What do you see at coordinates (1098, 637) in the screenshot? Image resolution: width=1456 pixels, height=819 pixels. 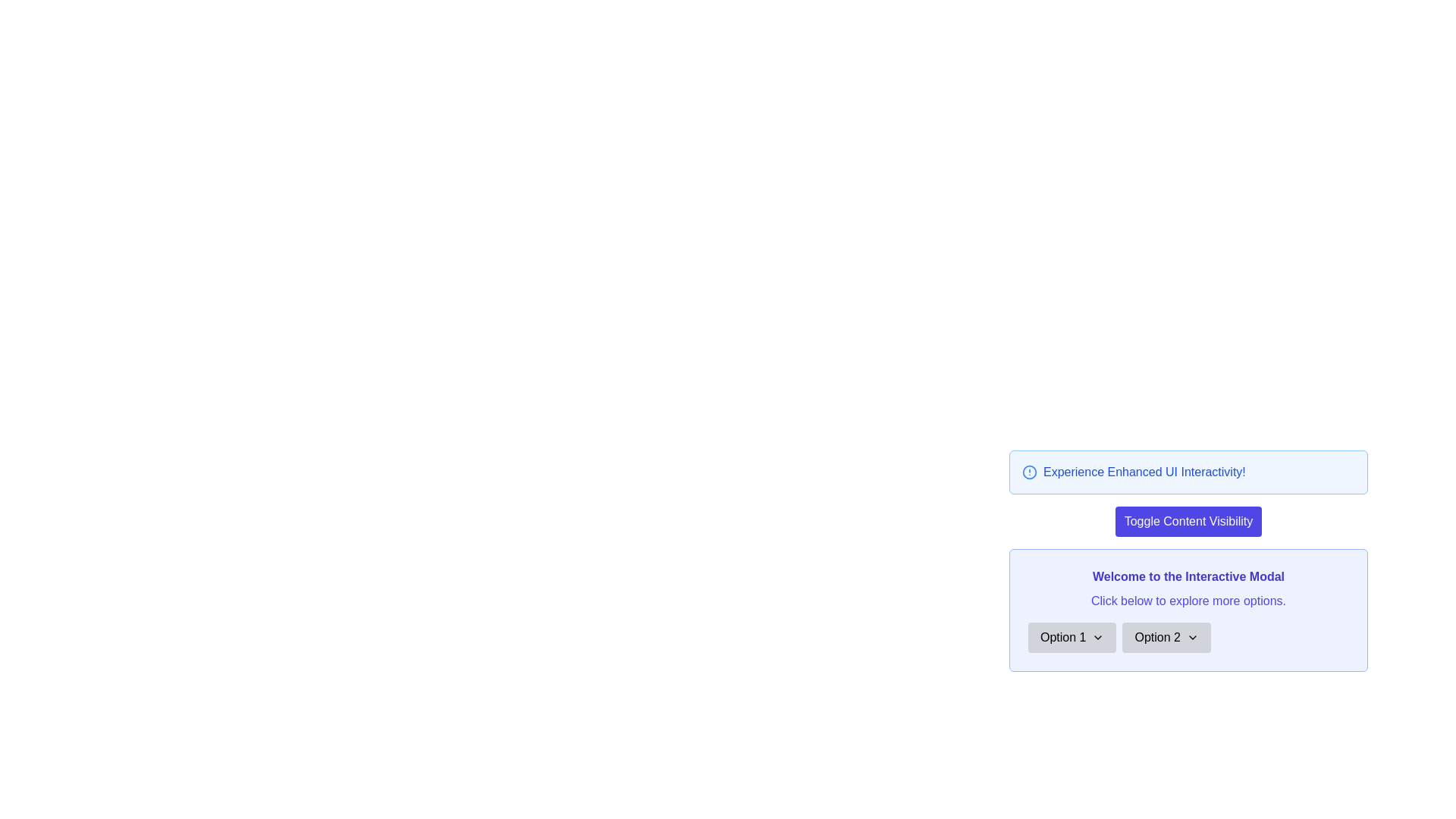 I see `the dropdown indicator icon featuring a downward-pointing arrow, located to the right of the text 'Option 1'` at bounding box center [1098, 637].